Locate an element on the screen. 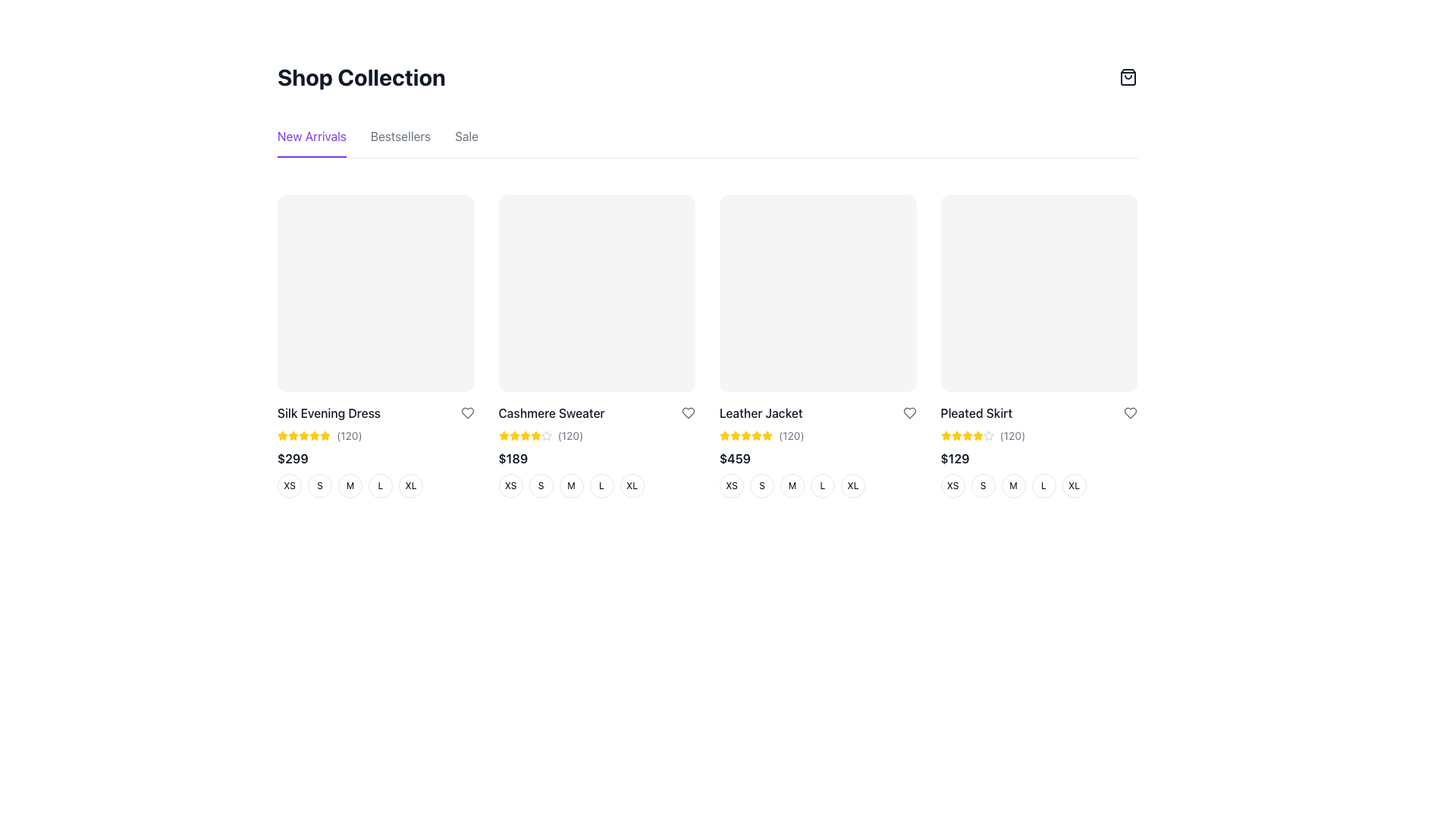 The width and height of the screenshot is (1456, 819). the third yellow star icon in the rating system for the 'Pleated Skirt' item, which is filled and located below the item title and above the price is located at coordinates (945, 435).